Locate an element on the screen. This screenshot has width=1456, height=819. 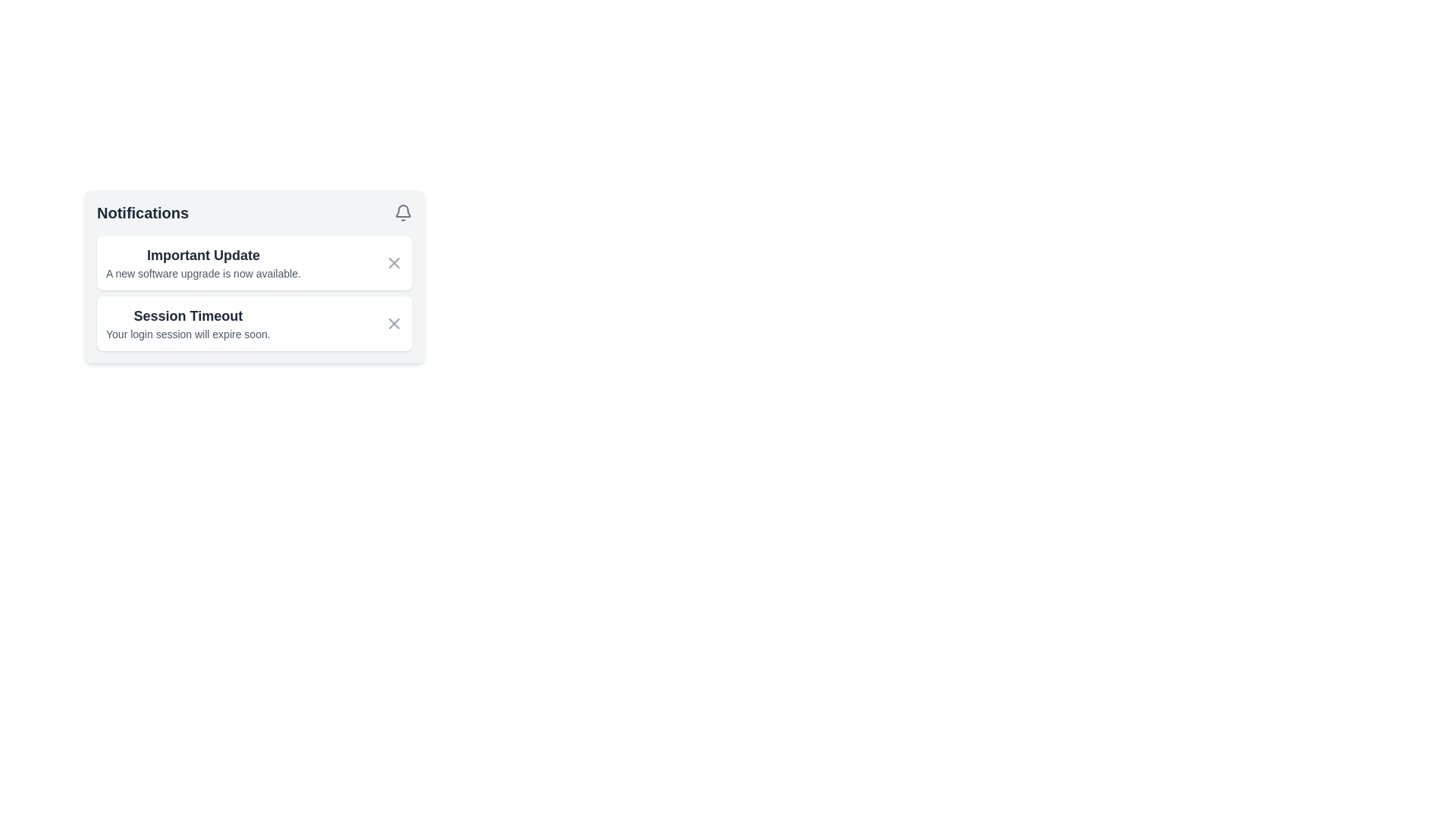
the button located to the right of the title 'Important Update' in the top notification card to trigger a color change effect is located at coordinates (394, 262).